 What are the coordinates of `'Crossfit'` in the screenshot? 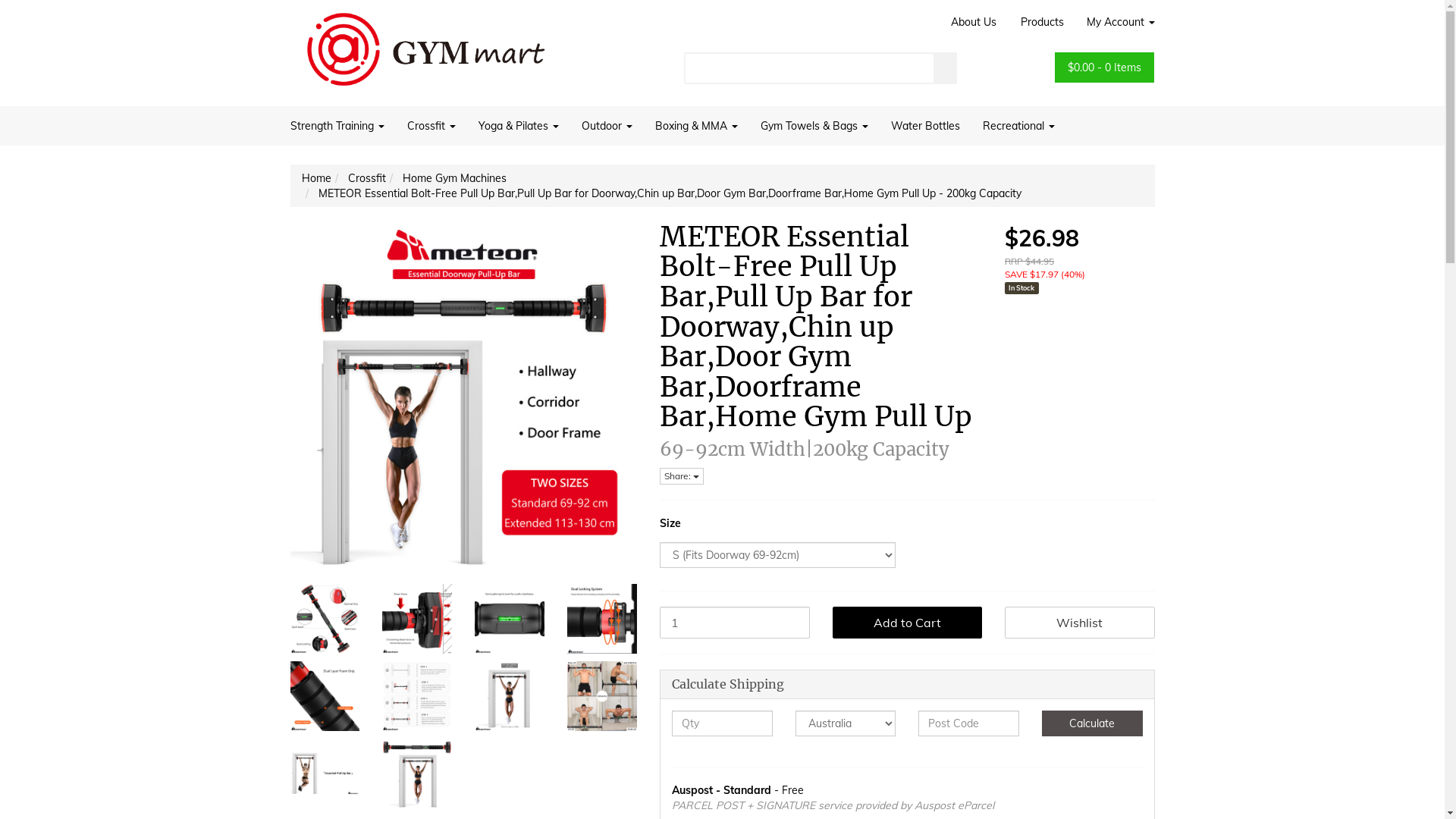 It's located at (431, 124).